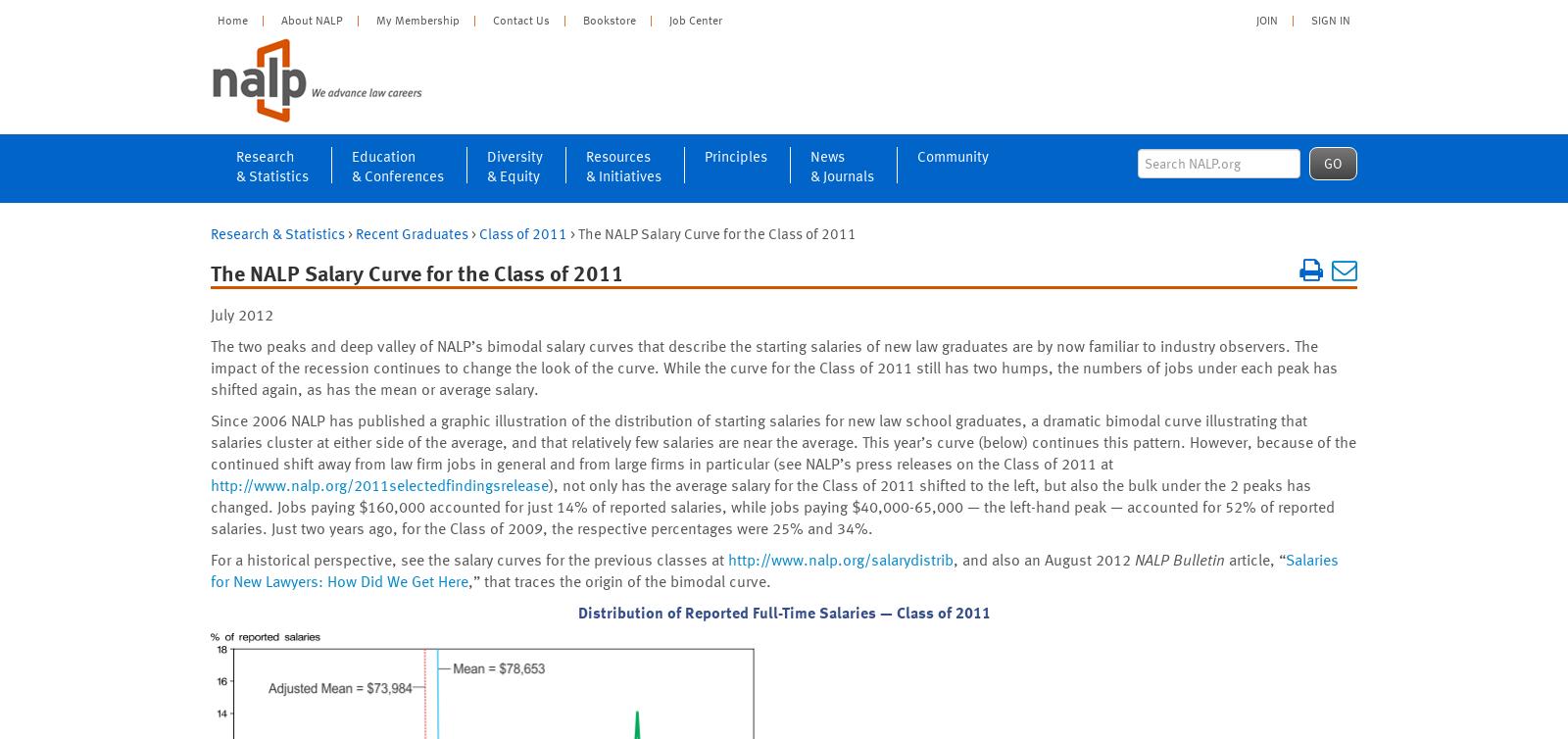  What do you see at coordinates (1265, 19) in the screenshot?
I see `'JOIN'` at bounding box center [1265, 19].